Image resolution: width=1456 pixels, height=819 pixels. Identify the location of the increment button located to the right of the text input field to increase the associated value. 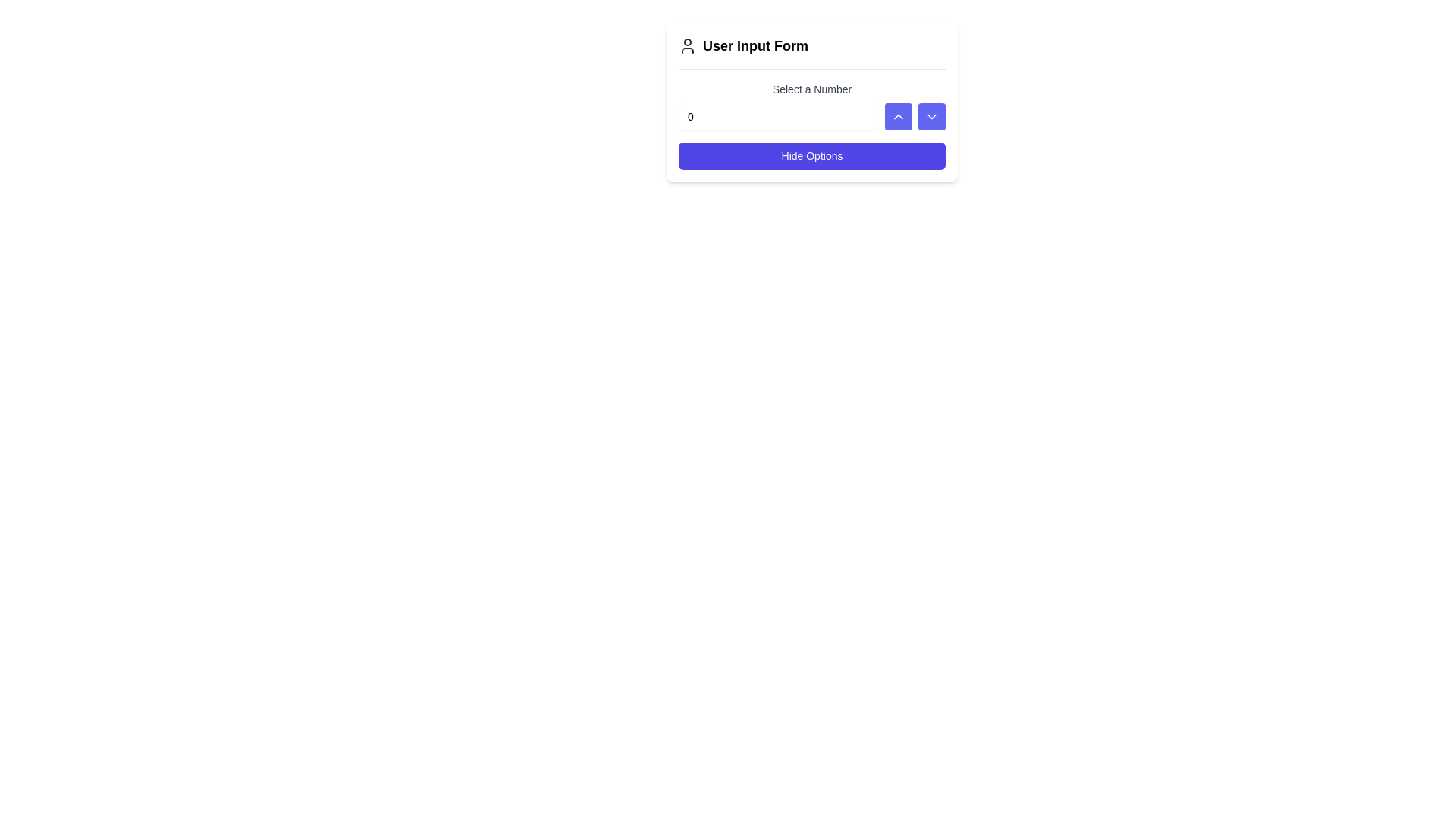
(899, 116).